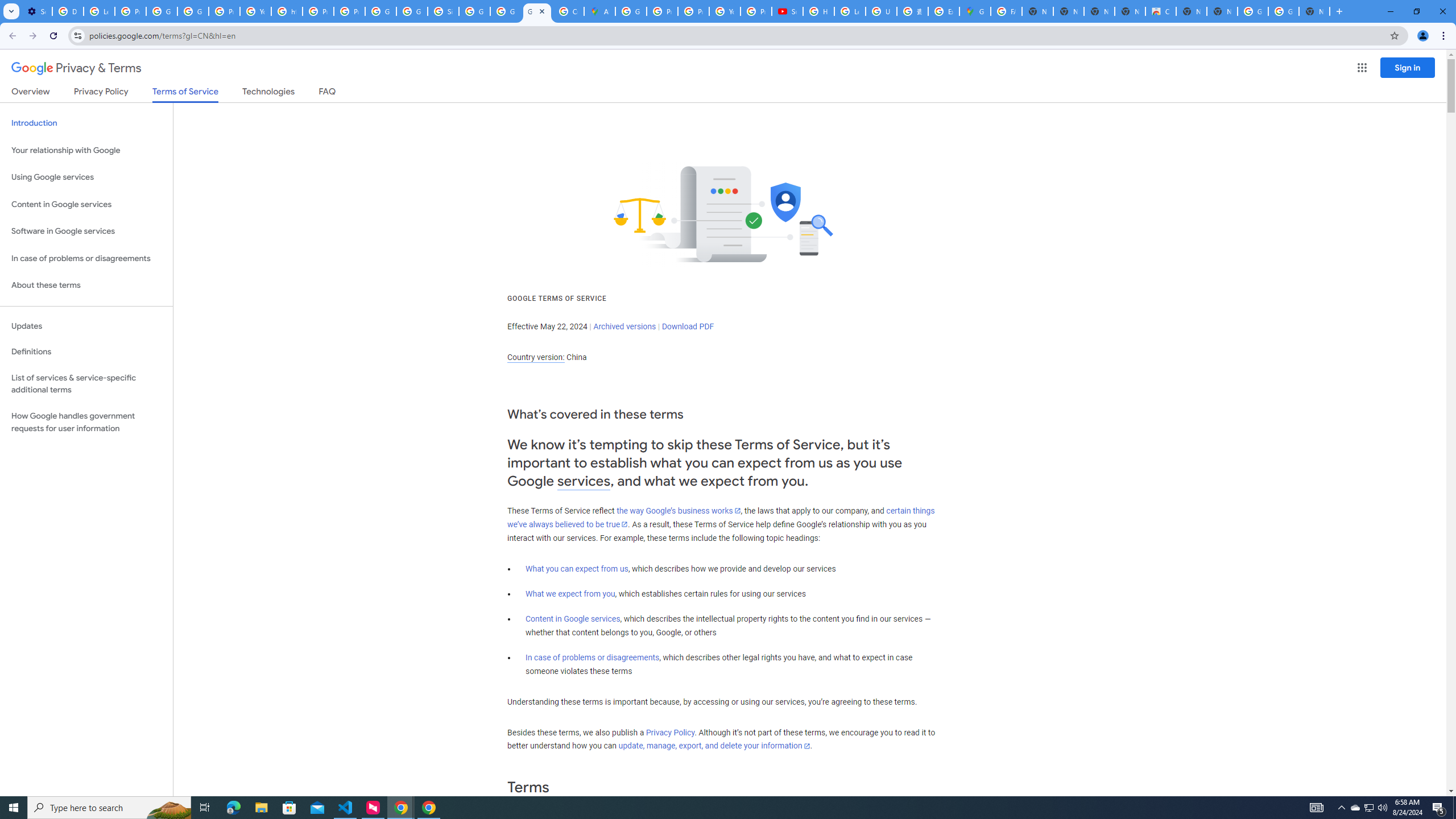  What do you see at coordinates (818, 11) in the screenshot?
I see `'How Chrome protects your passwords - Google Chrome Help'` at bounding box center [818, 11].